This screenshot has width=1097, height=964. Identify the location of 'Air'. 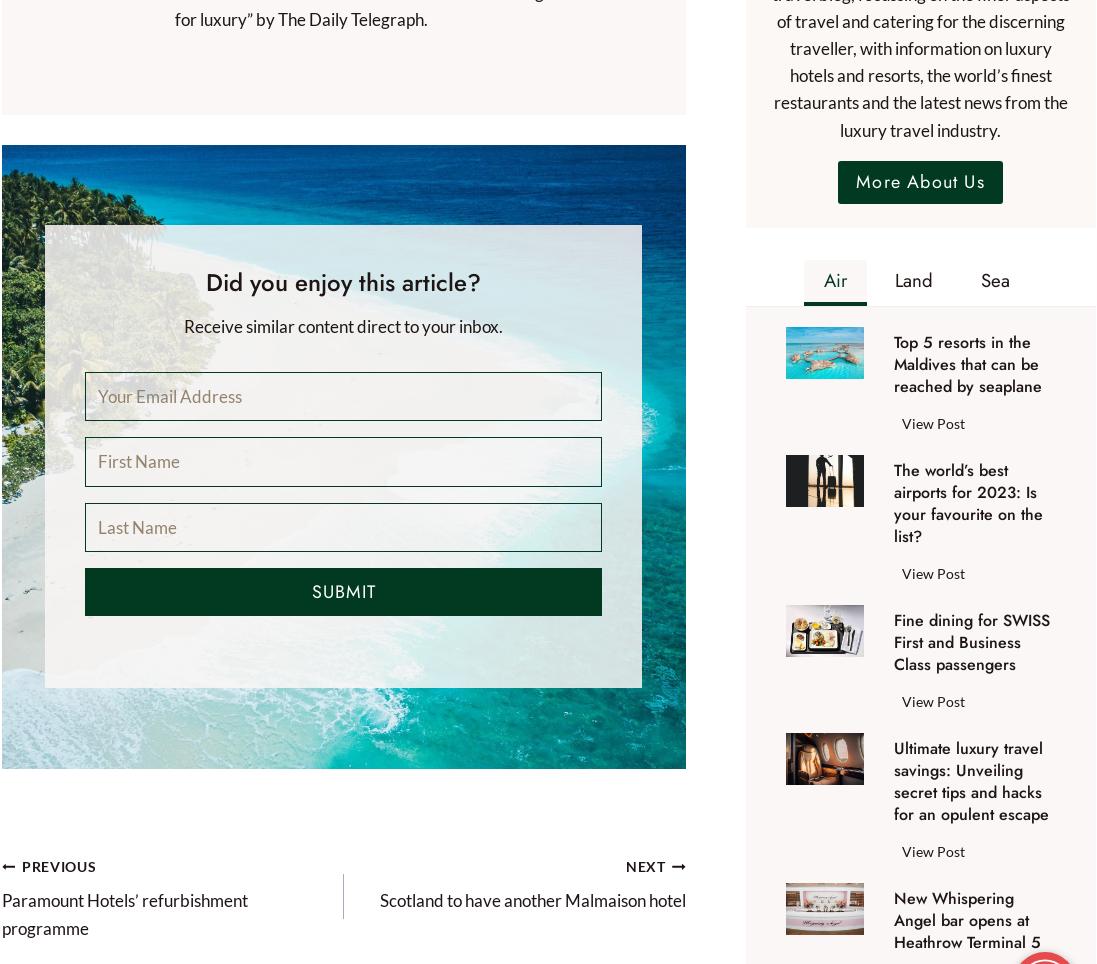
(834, 278).